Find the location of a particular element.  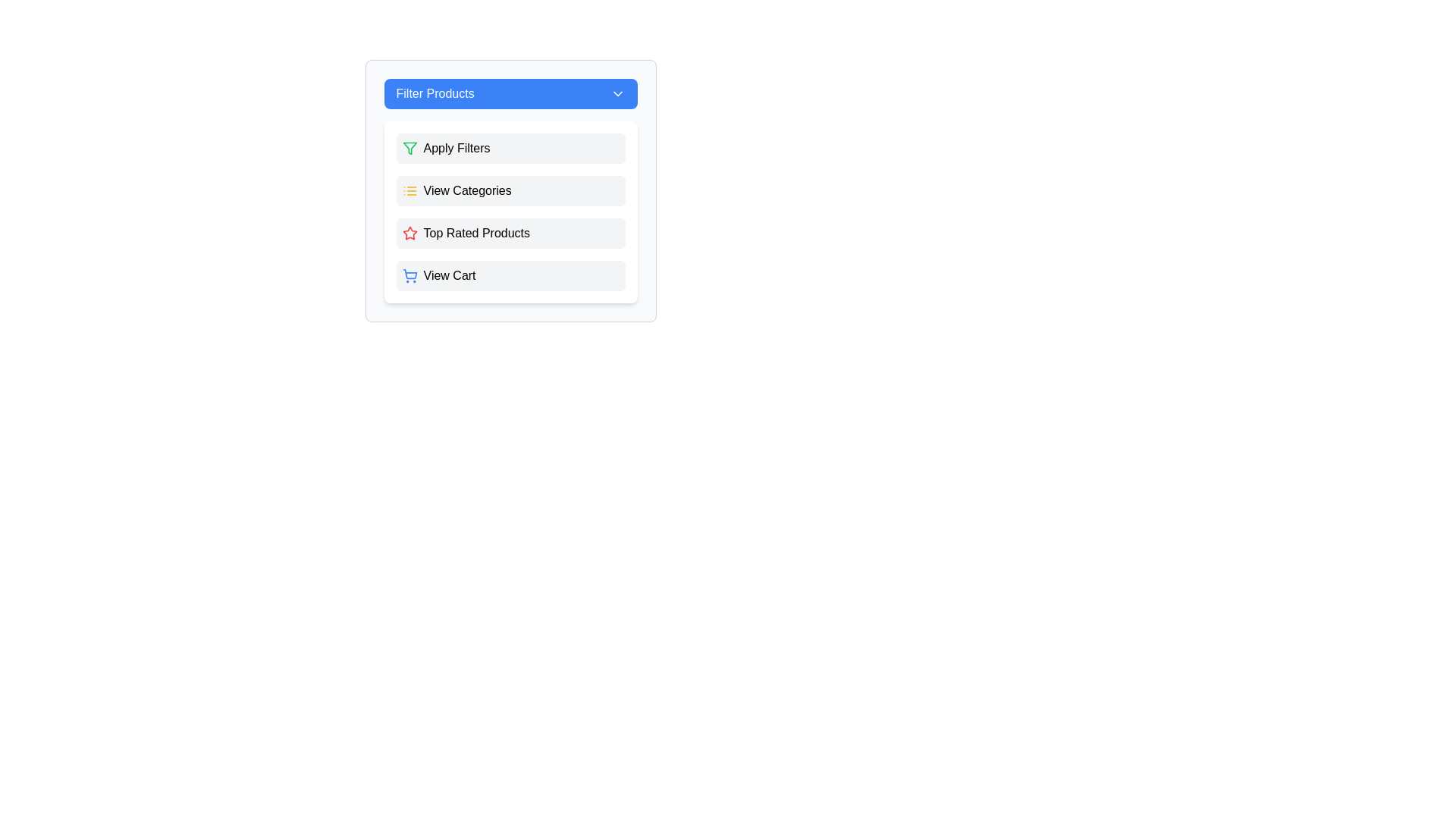

the chevron-down icon located at the far right side of the blue header labeled 'Filter Products' is located at coordinates (617, 93).